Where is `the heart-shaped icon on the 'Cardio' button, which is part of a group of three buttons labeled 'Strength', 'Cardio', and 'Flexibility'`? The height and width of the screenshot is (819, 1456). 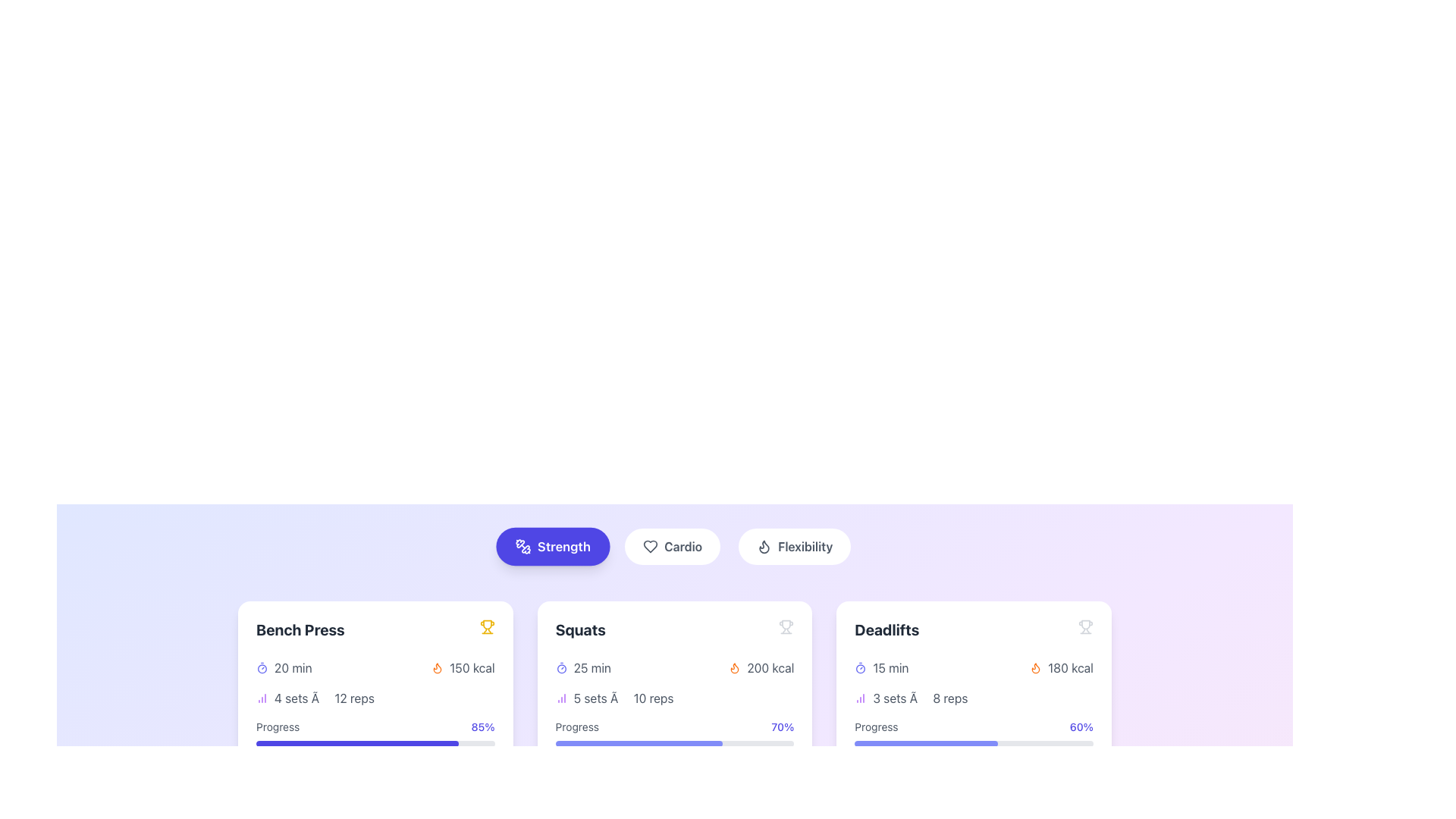 the heart-shaped icon on the 'Cardio' button, which is part of a group of three buttons labeled 'Strength', 'Cardio', and 'Flexibility' is located at coordinates (651, 547).